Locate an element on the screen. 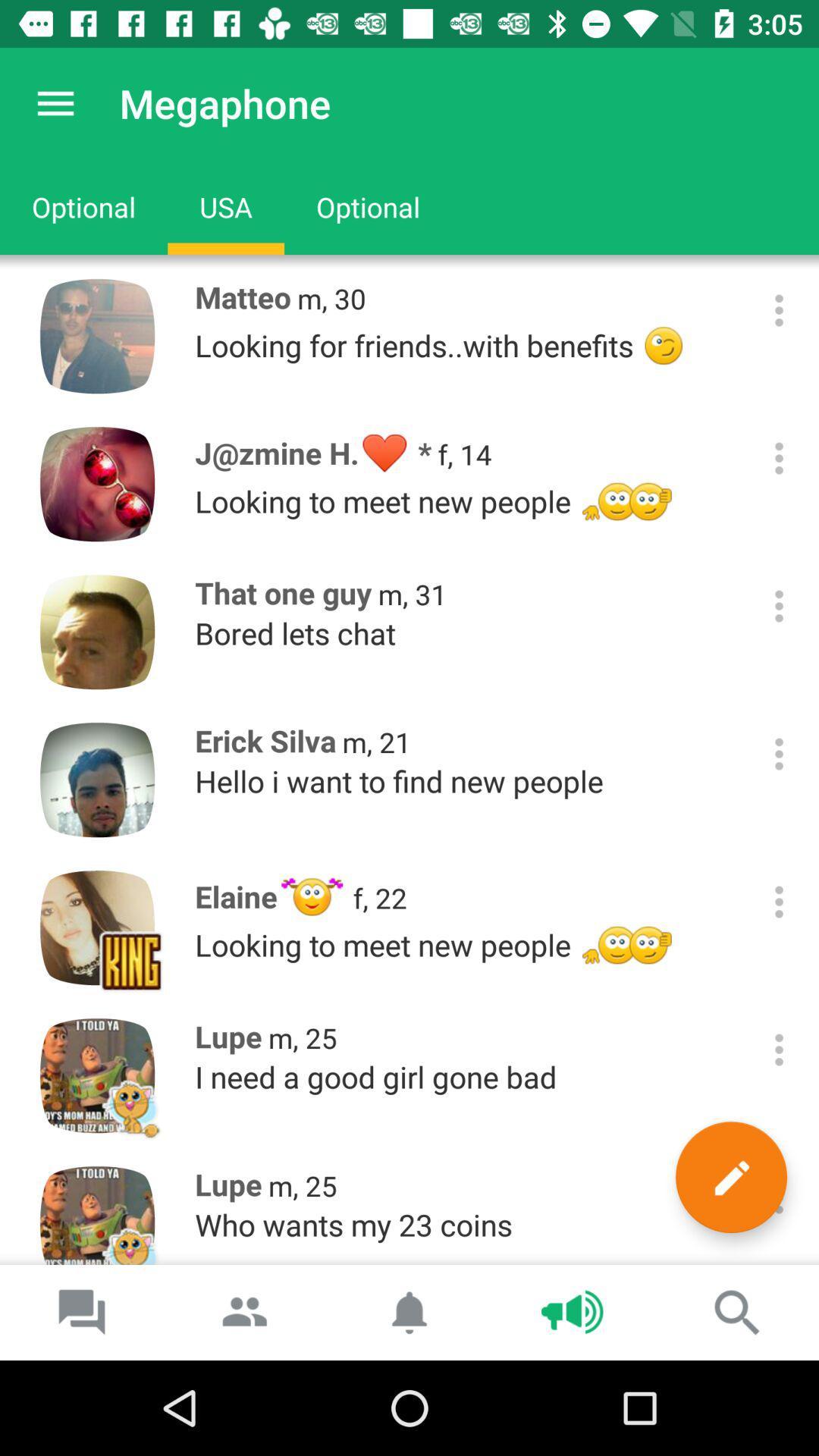 The width and height of the screenshot is (819, 1456). marker is located at coordinates (730, 1176).